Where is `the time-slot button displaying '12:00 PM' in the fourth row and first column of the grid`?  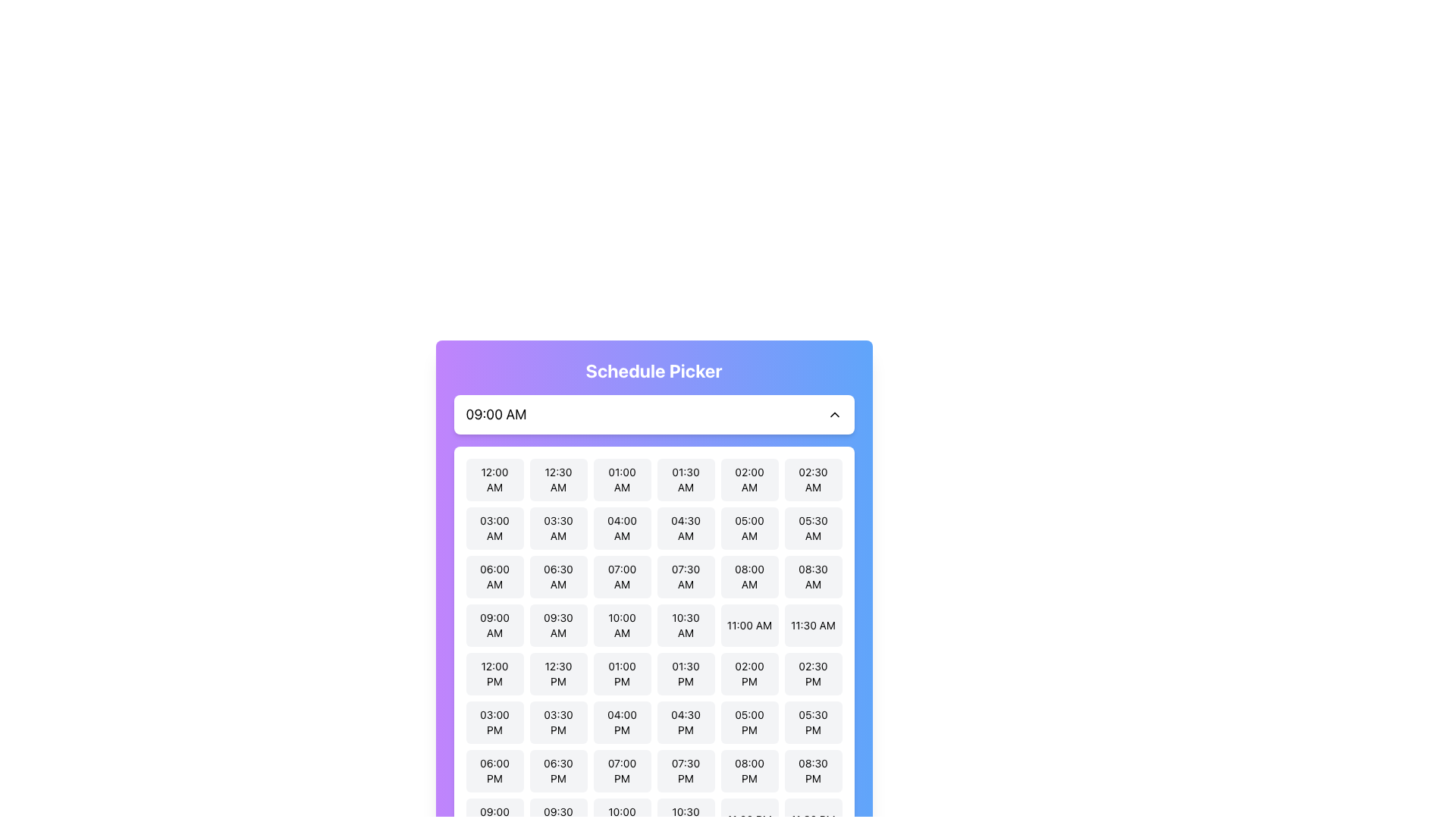
the time-slot button displaying '12:00 PM' in the fourth row and first column of the grid is located at coordinates (494, 673).